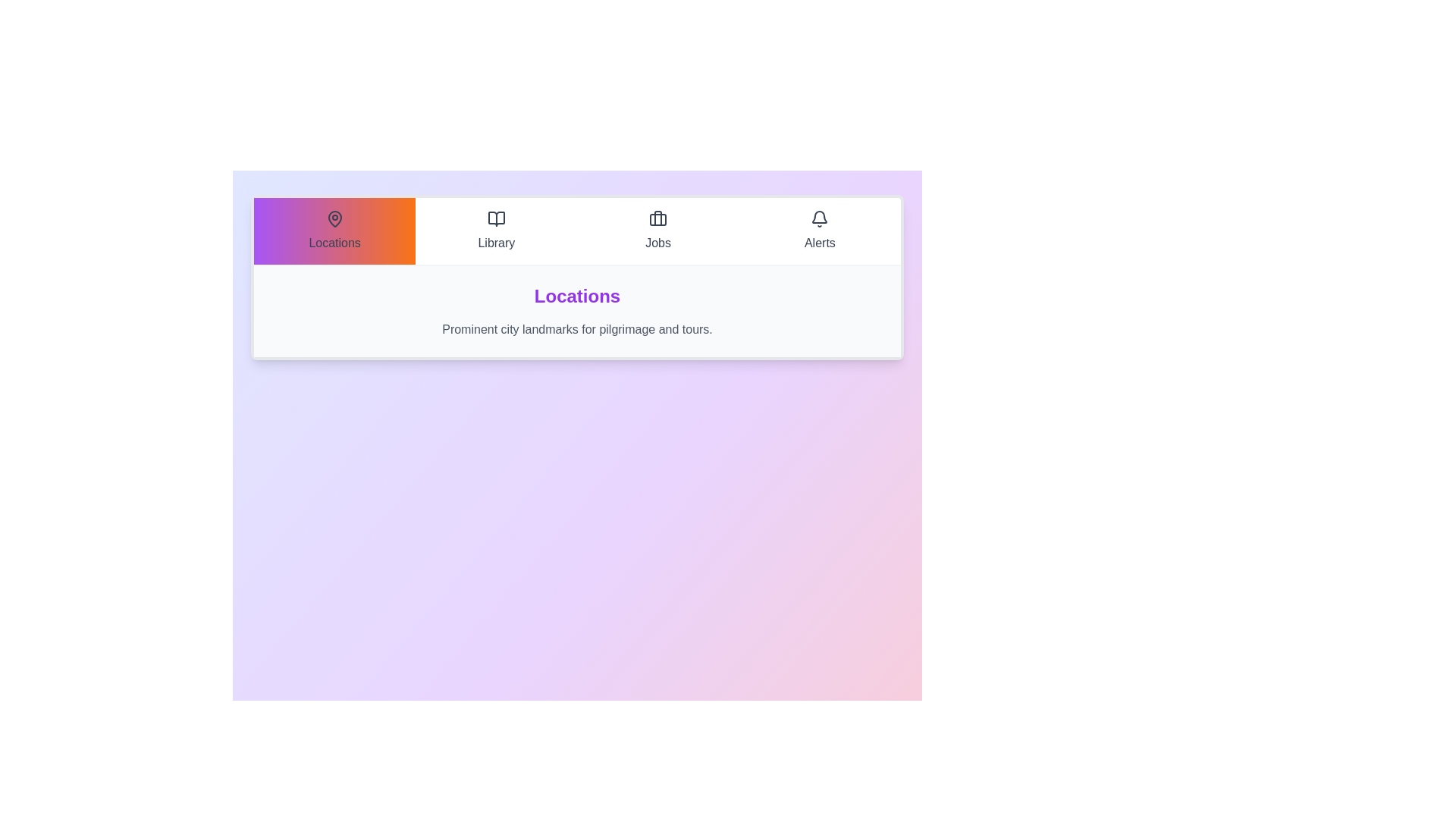 The height and width of the screenshot is (819, 1456). Describe the element at coordinates (334, 231) in the screenshot. I see `the Locations tab` at that location.